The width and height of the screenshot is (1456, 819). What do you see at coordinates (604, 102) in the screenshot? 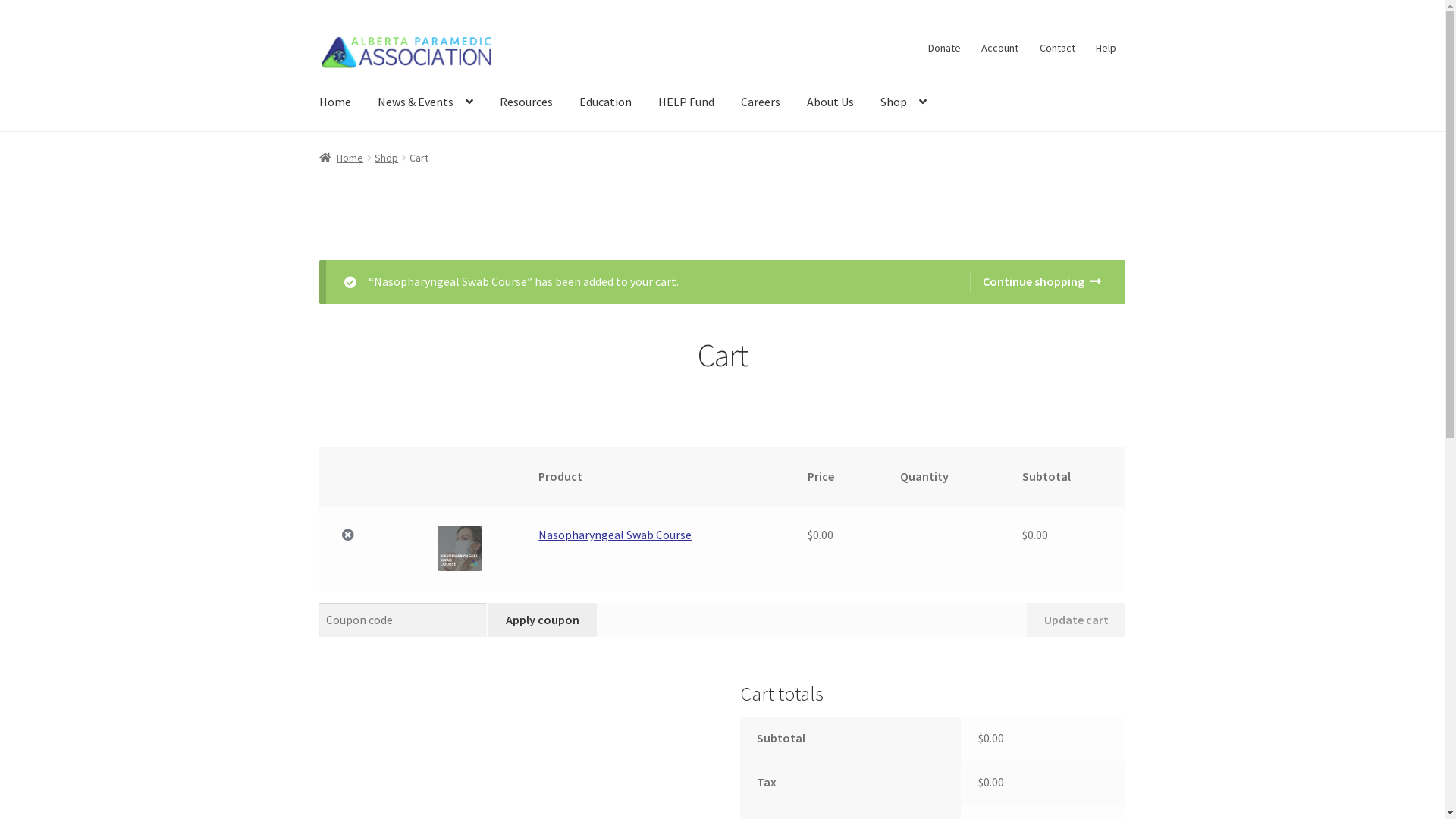
I see `'Education'` at bounding box center [604, 102].